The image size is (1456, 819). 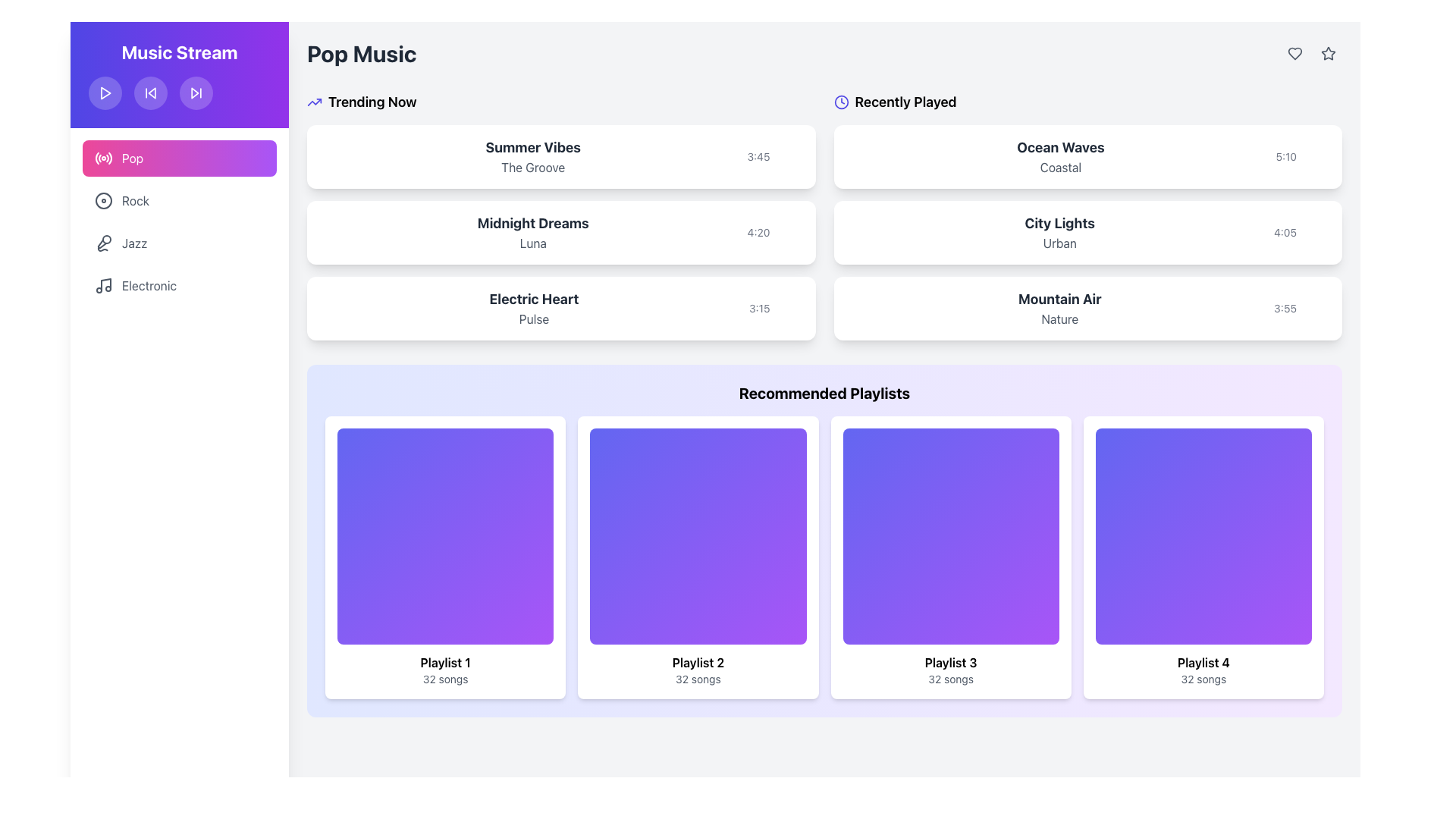 I want to click on the 'Previous' button icon located in the left-aligned vertical menu bar under 'Music Stream', to the right of the 'Play' button, so click(x=152, y=93).